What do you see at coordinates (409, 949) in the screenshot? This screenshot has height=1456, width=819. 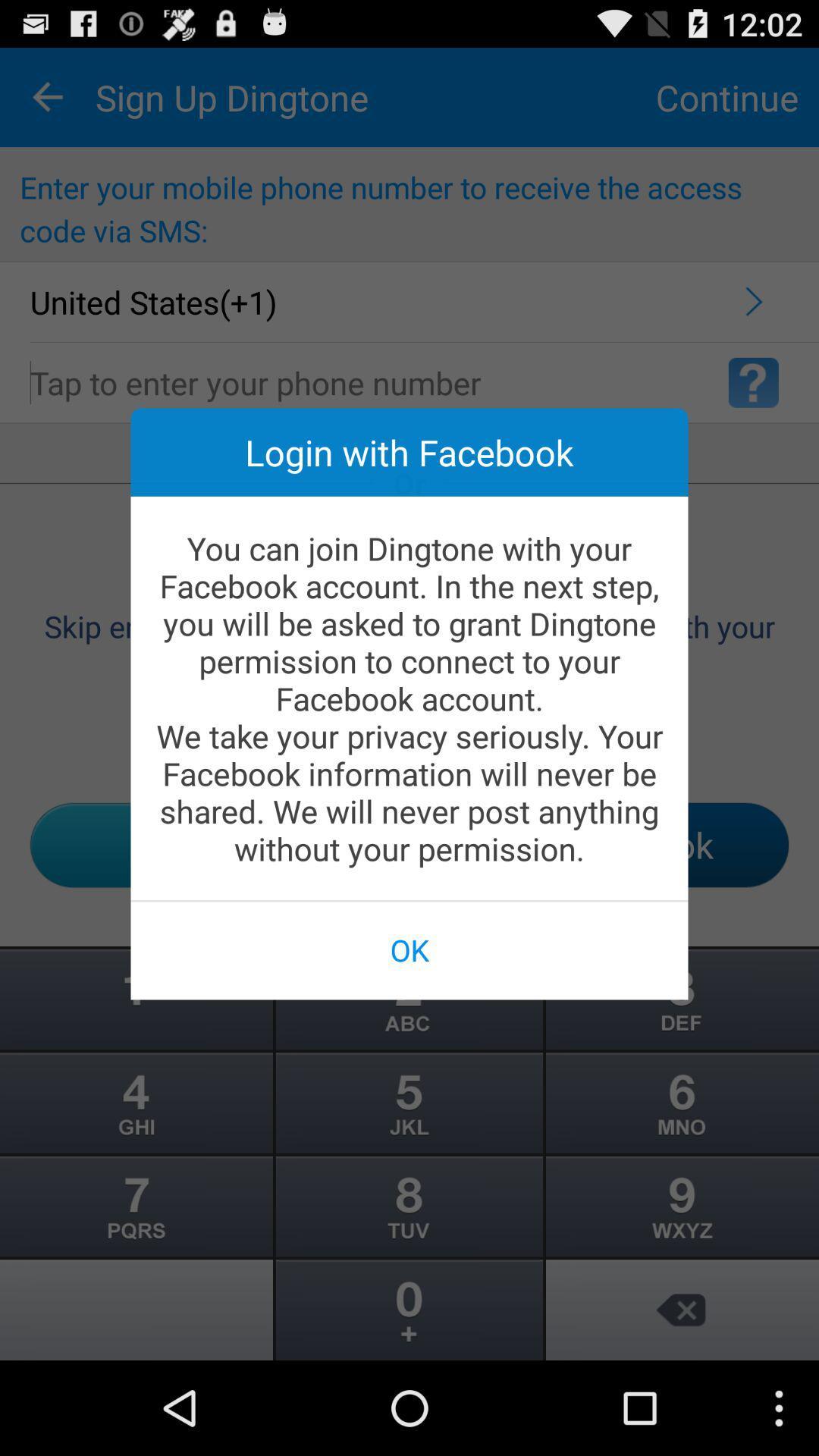 I see `the ok` at bounding box center [409, 949].